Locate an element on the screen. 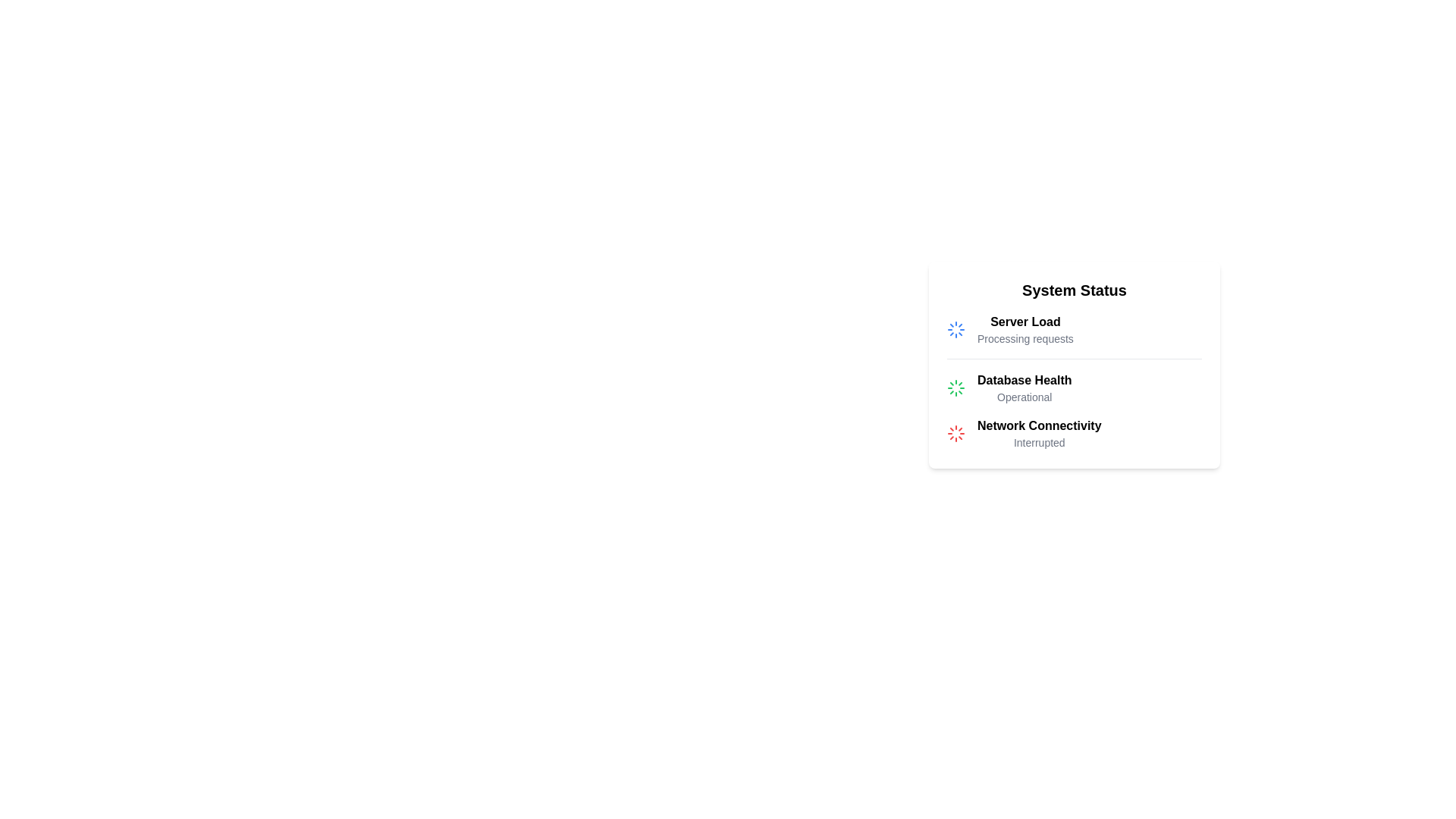 This screenshot has height=819, width=1456. the static text label indicating the current state of server operations, located below 'Server Load' in the 'System Status' panel is located at coordinates (1025, 338).